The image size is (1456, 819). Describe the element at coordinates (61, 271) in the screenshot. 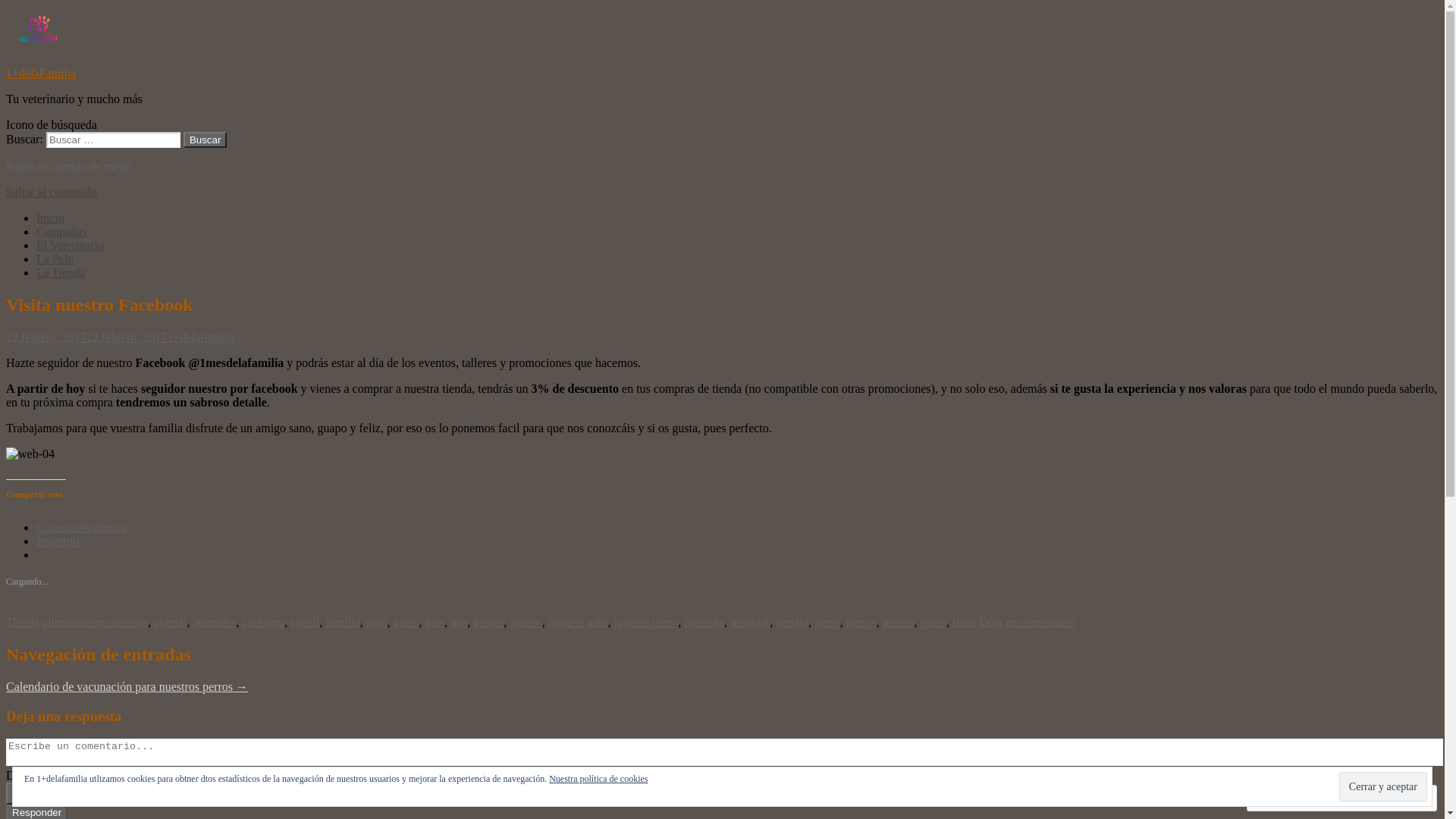

I see `'La Tienda'` at that location.